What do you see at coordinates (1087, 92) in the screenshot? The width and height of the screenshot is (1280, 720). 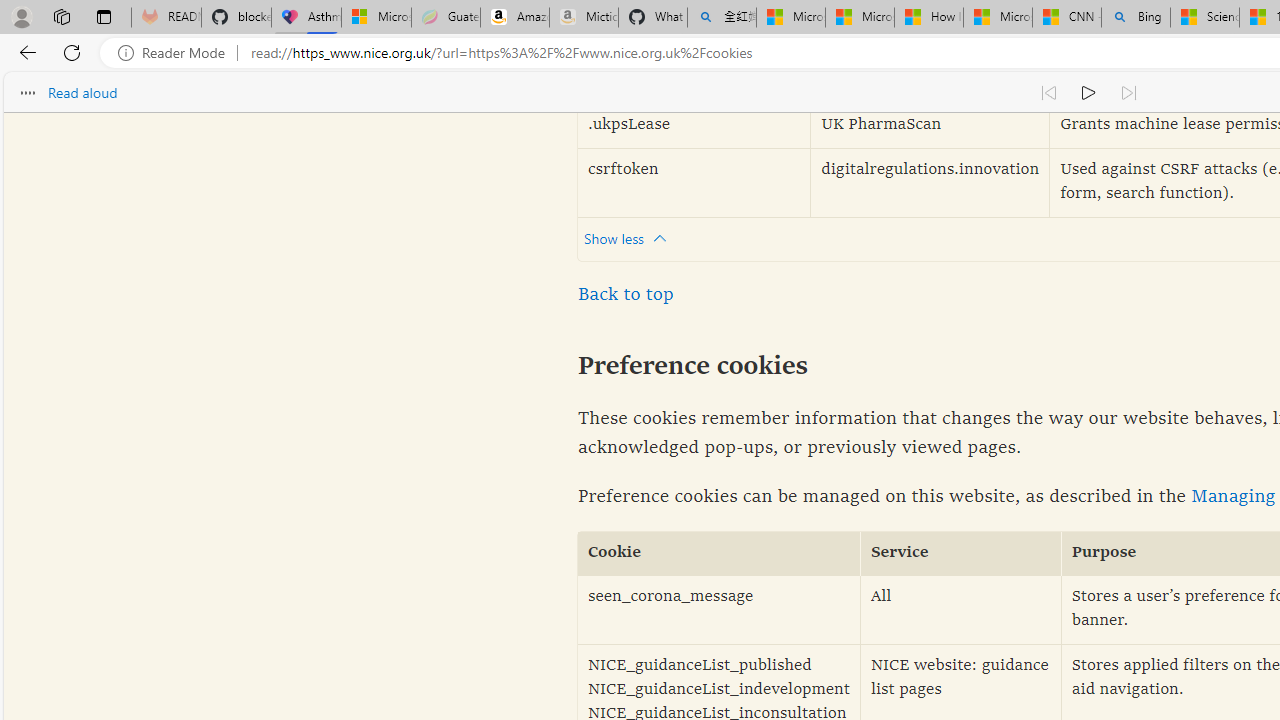 I see `'Continue to read aloud (Ctrl+Shift+U)'` at bounding box center [1087, 92].